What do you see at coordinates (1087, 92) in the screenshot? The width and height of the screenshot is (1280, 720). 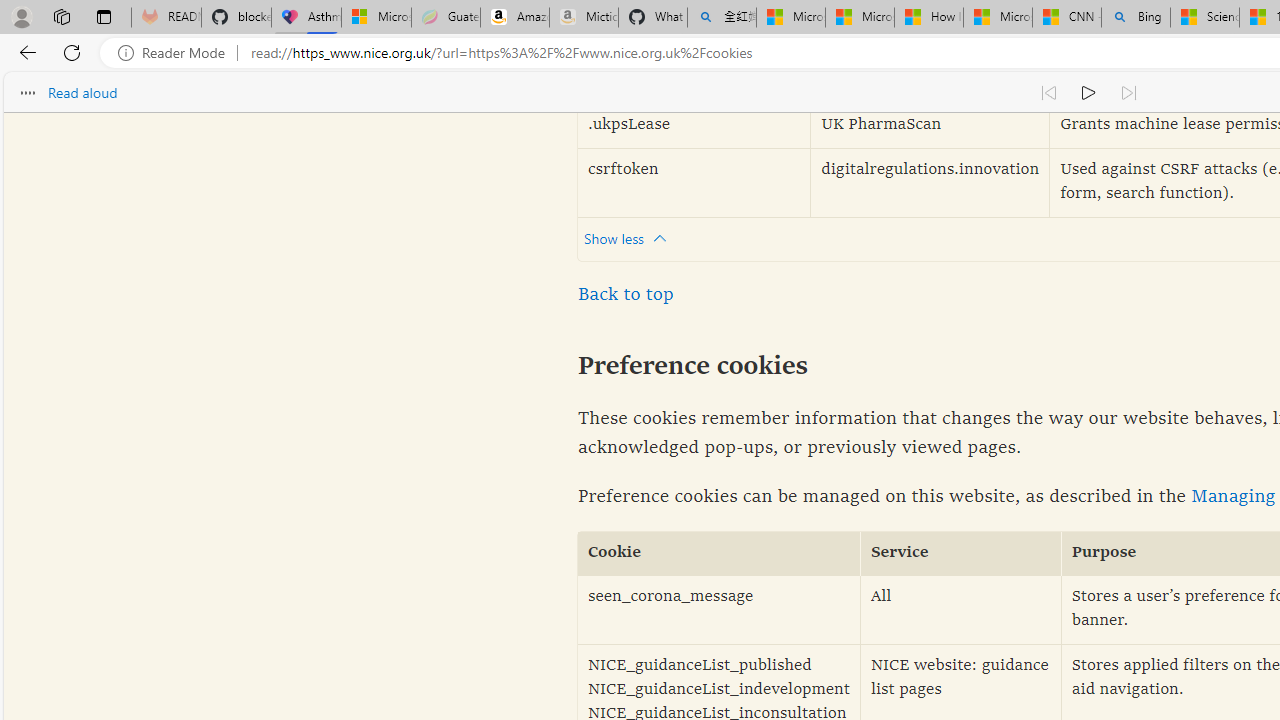 I see `'Continue to read aloud (Ctrl+Shift+U)'` at bounding box center [1087, 92].